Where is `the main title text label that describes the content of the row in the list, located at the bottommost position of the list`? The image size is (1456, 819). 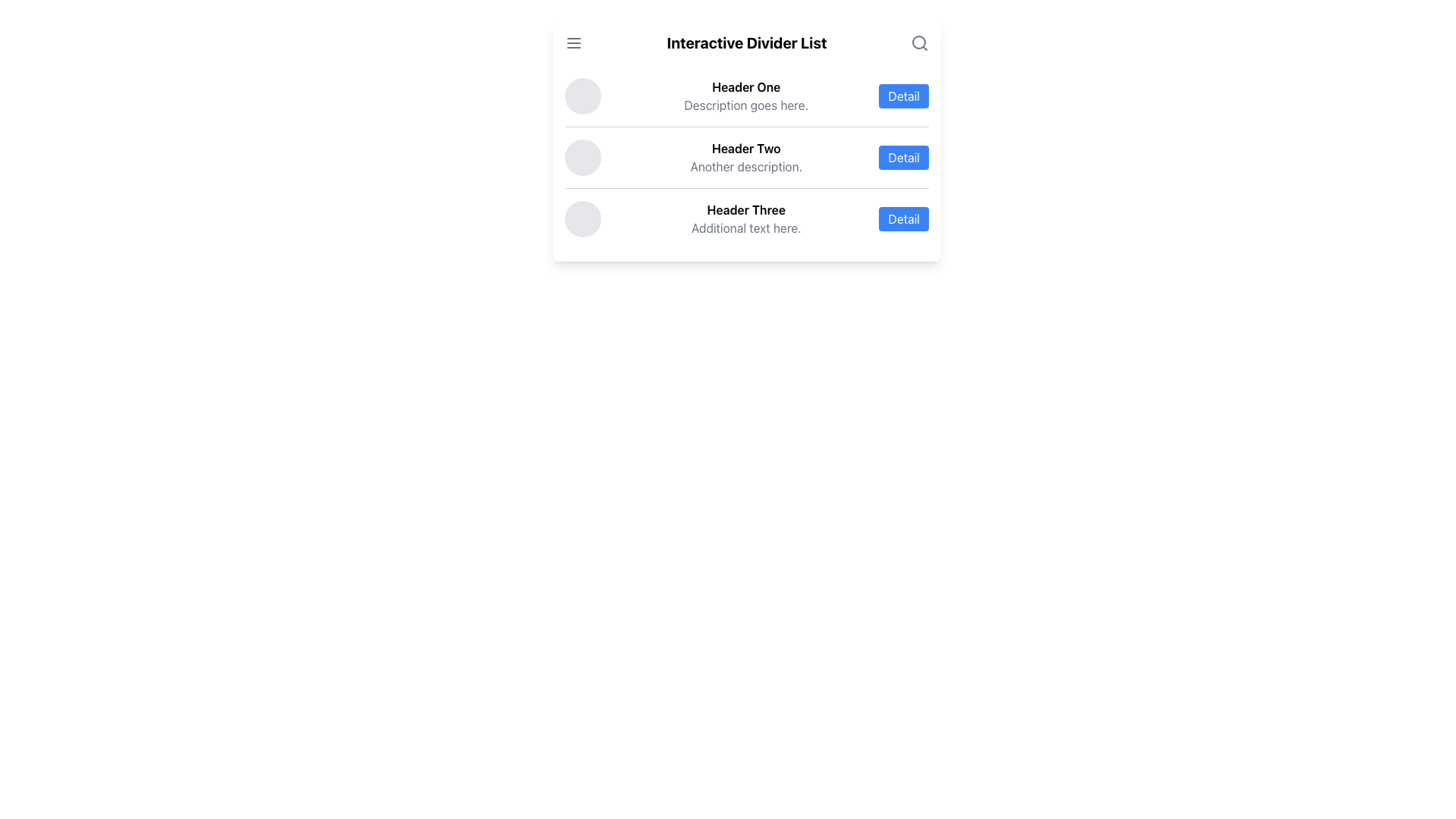
the main title text label that describes the content of the row in the list, located at the bottommost position of the list is located at coordinates (746, 210).